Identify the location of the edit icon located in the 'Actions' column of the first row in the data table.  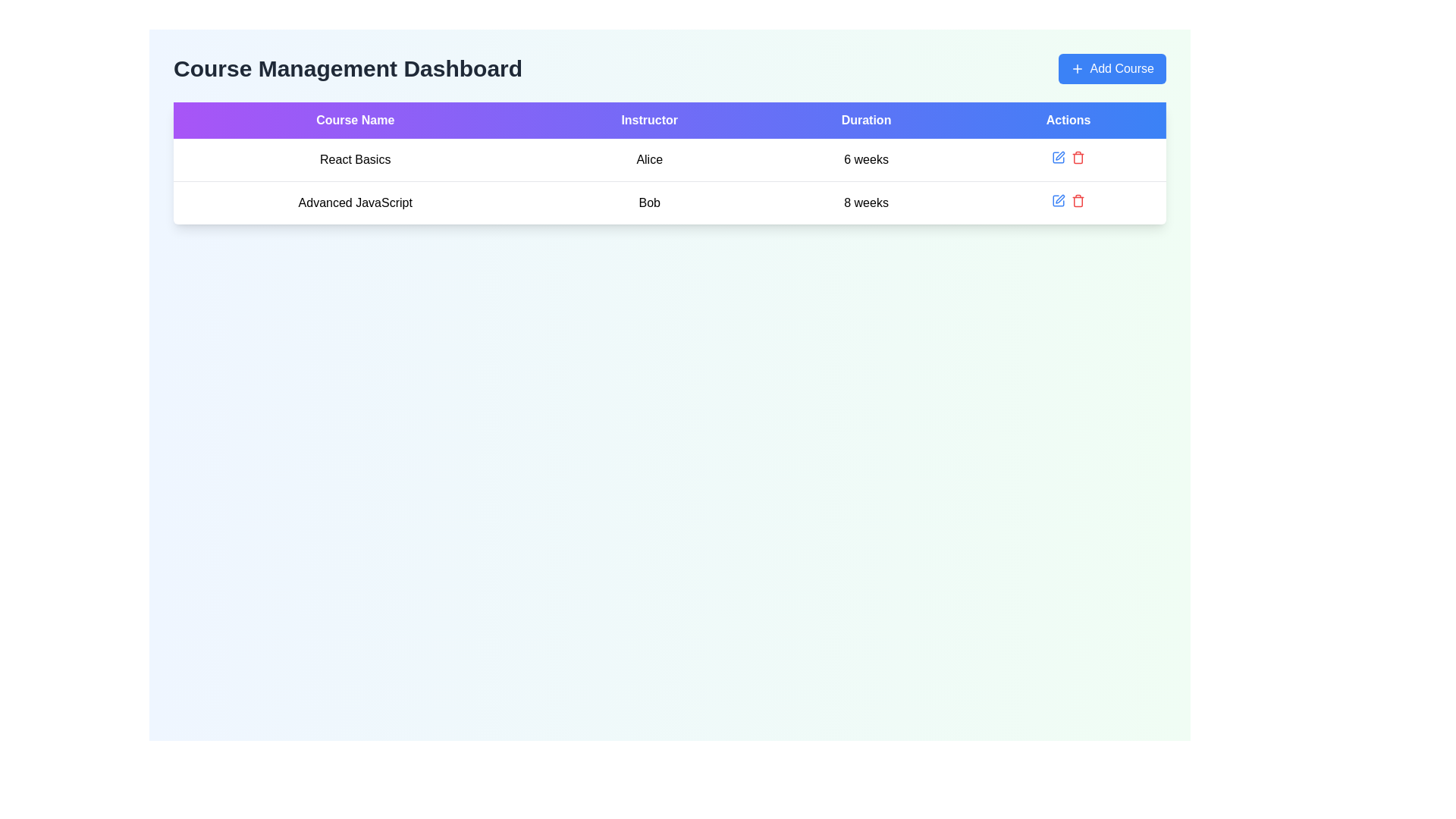
(1059, 155).